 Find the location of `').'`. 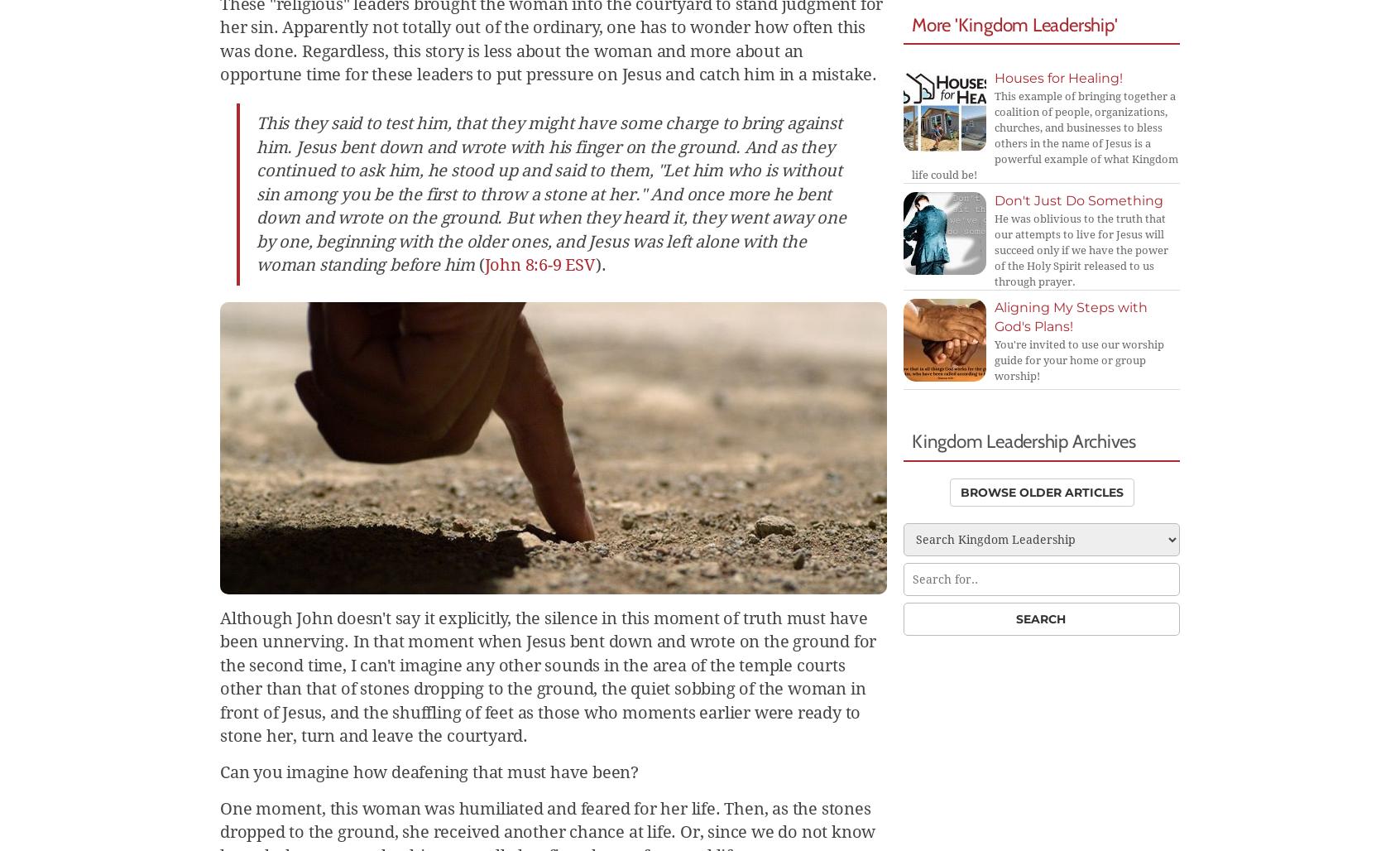

').' is located at coordinates (599, 265).